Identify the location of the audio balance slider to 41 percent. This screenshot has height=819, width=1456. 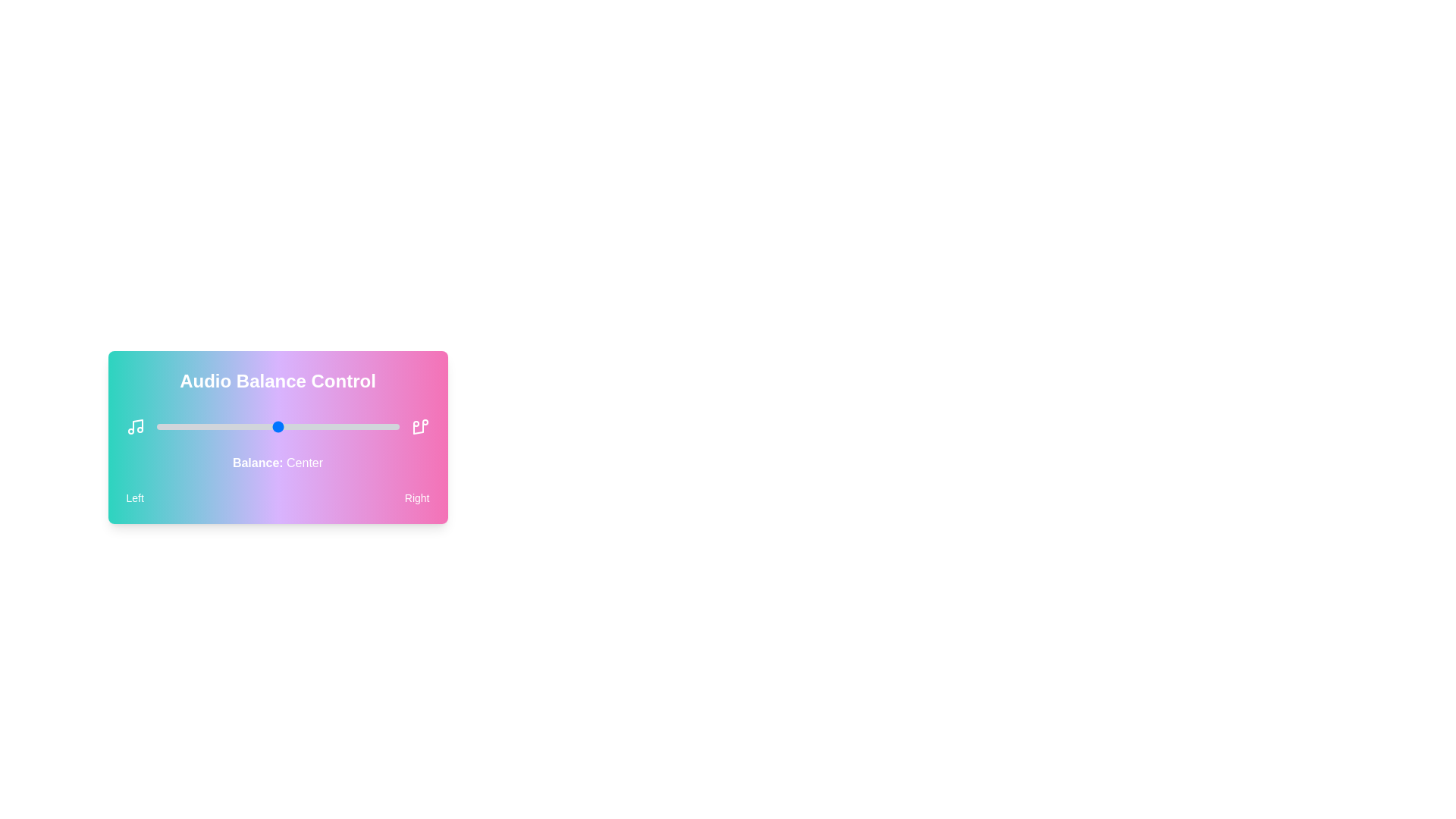
(256, 427).